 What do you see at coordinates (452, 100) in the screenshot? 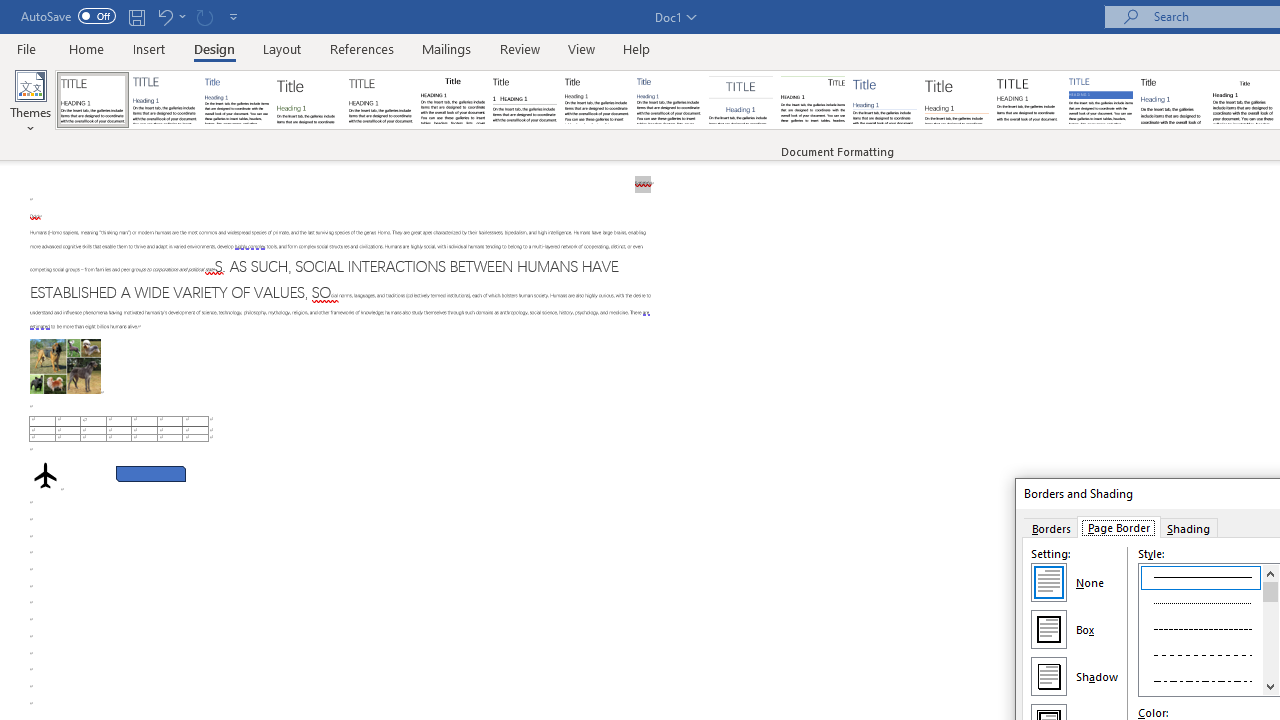
I see `'Black & White (Classic)'` at bounding box center [452, 100].